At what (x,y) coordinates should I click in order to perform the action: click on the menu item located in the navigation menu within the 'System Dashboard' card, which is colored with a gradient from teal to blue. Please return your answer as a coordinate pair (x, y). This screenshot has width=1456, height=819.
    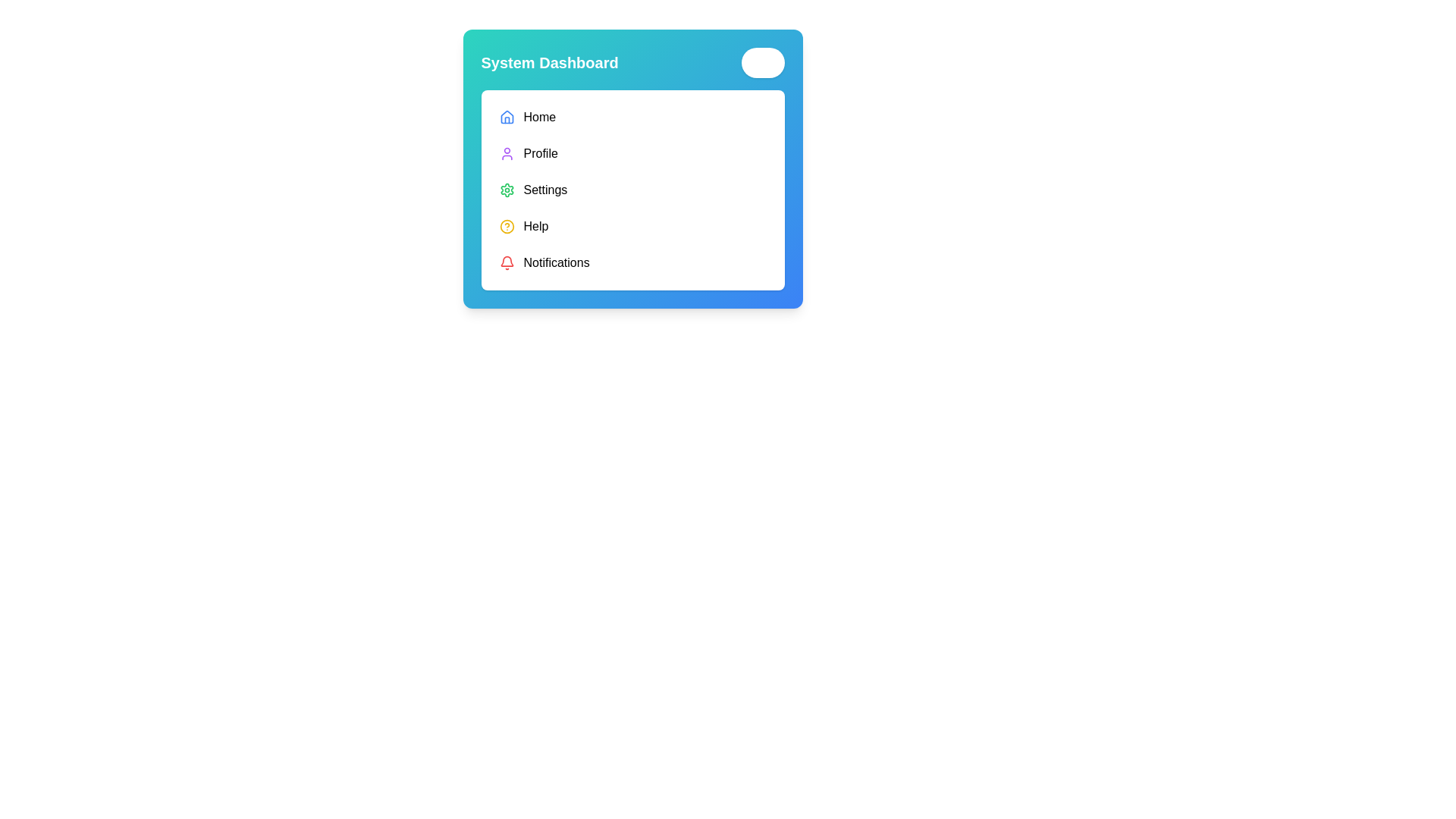
    Looking at the image, I should click on (632, 189).